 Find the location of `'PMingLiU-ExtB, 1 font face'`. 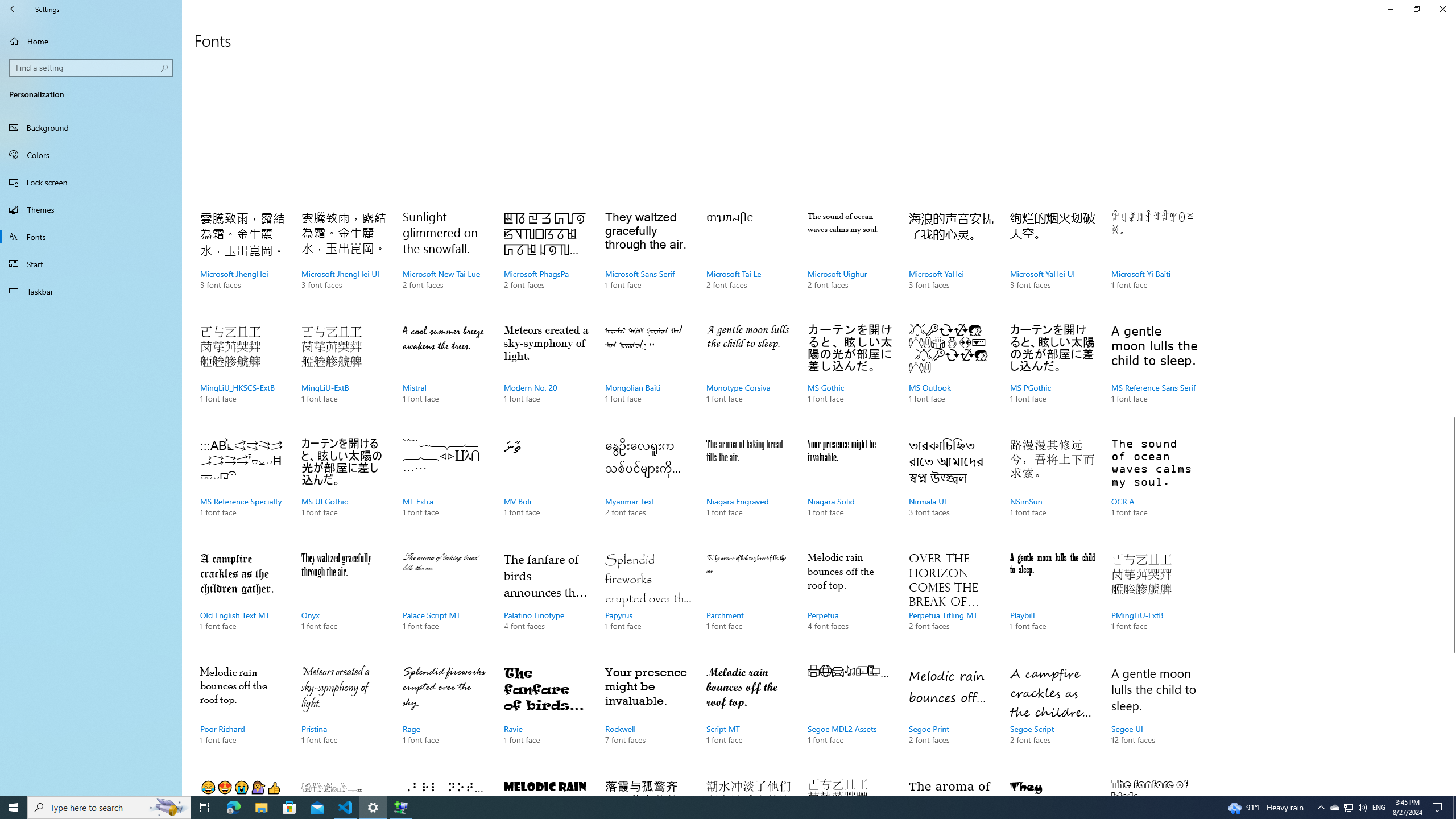

'PMingLiU-ExtB, 1 font face' is located at coordinates (1153, 603).